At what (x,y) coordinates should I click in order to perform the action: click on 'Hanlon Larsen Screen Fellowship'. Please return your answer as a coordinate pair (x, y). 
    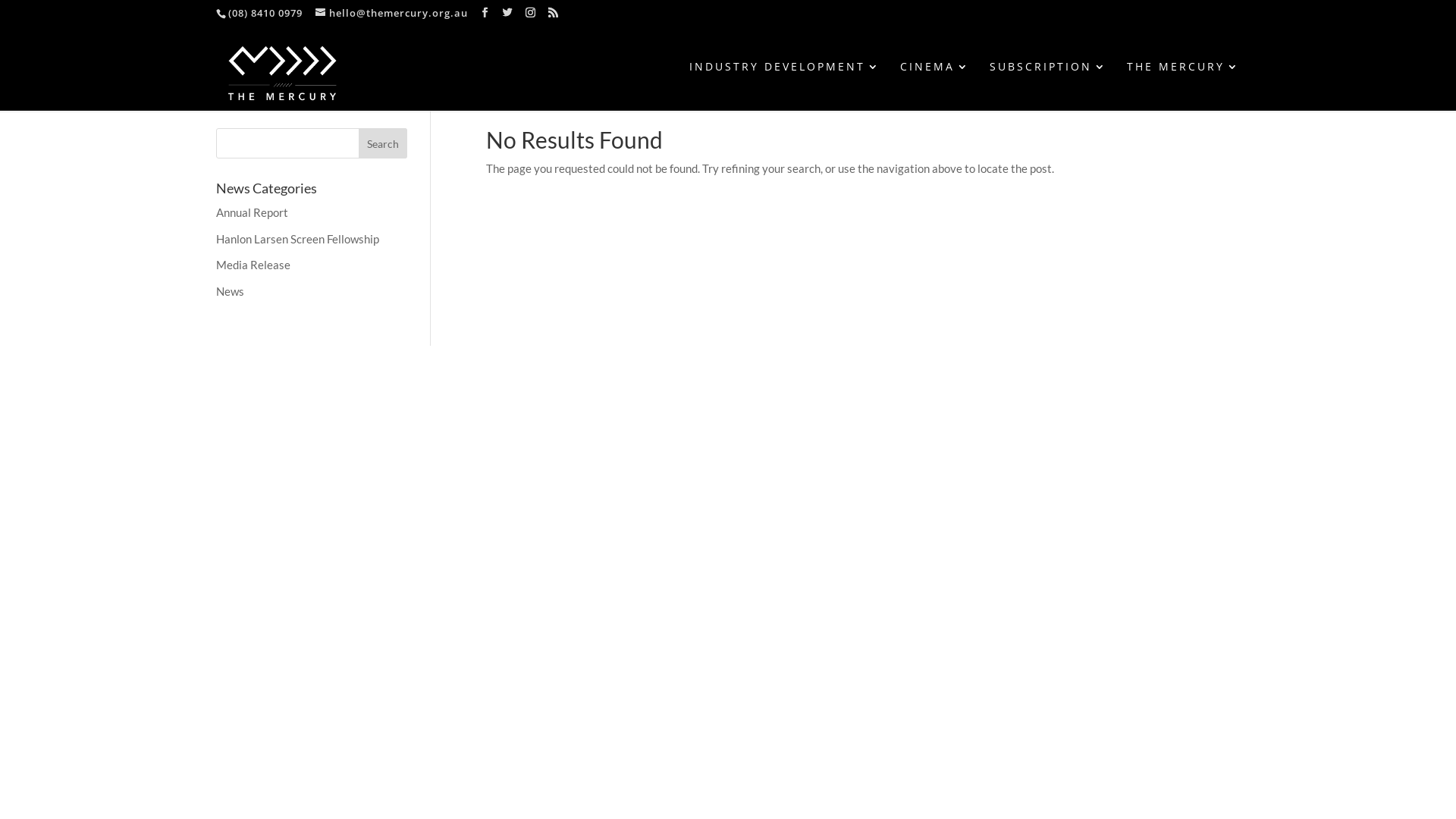
    Looking at the image, I should click on (297, 239).